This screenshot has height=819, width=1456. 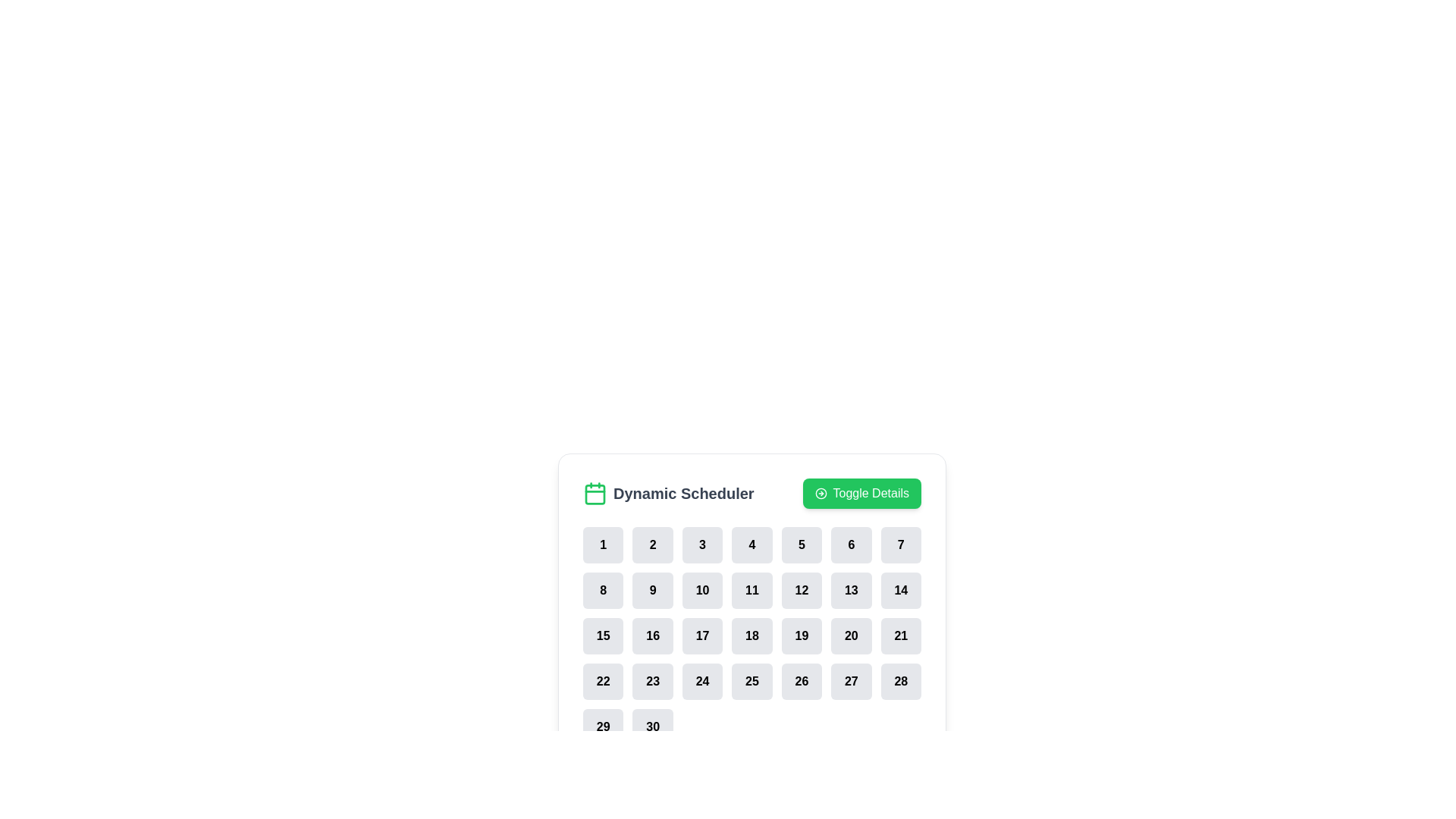 I want to click on the button displaying '9' to observe the visual change to a green shade, so click(x=653, y=590).